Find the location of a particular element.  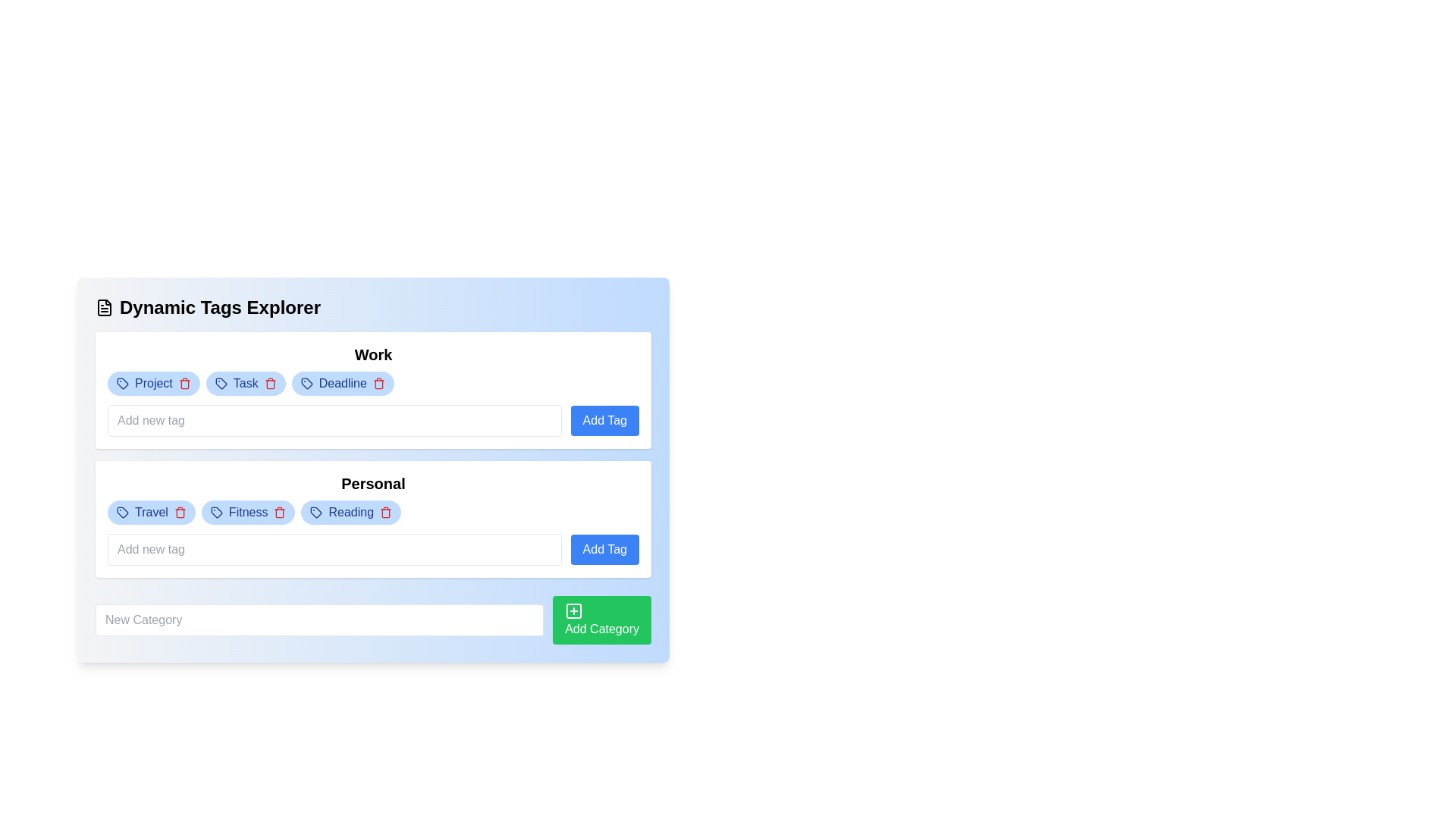

the header text label categorizing the associated tags located beneath the 'Work' section, positioned at the upper center of the section is located at coordinates (373, 483).